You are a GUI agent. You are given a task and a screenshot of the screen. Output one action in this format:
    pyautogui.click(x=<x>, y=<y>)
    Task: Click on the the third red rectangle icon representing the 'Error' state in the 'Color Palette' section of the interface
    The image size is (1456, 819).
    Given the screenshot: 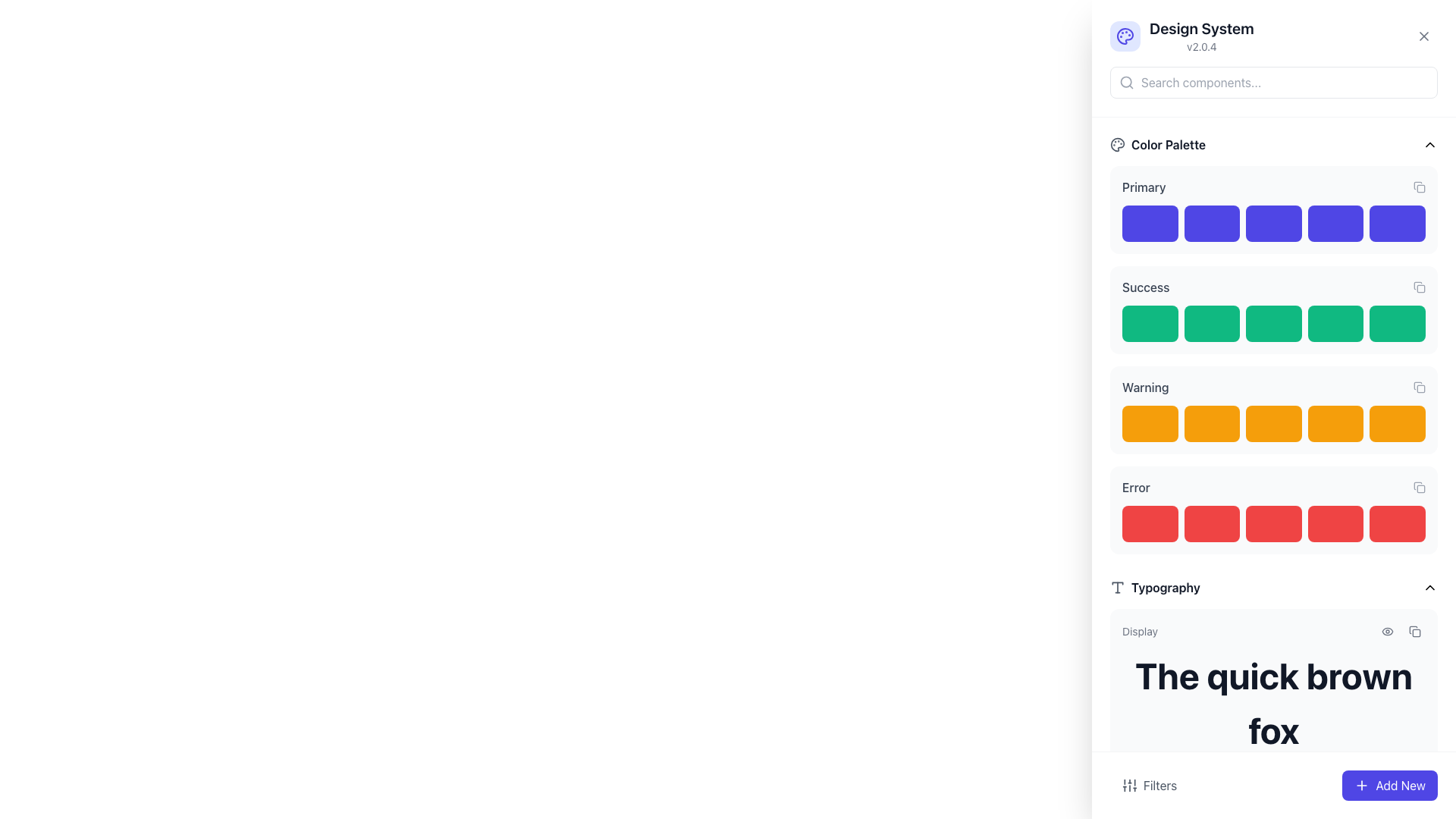 What is the action you would take?
    pyautogui.click(x=1274, y=522)
    